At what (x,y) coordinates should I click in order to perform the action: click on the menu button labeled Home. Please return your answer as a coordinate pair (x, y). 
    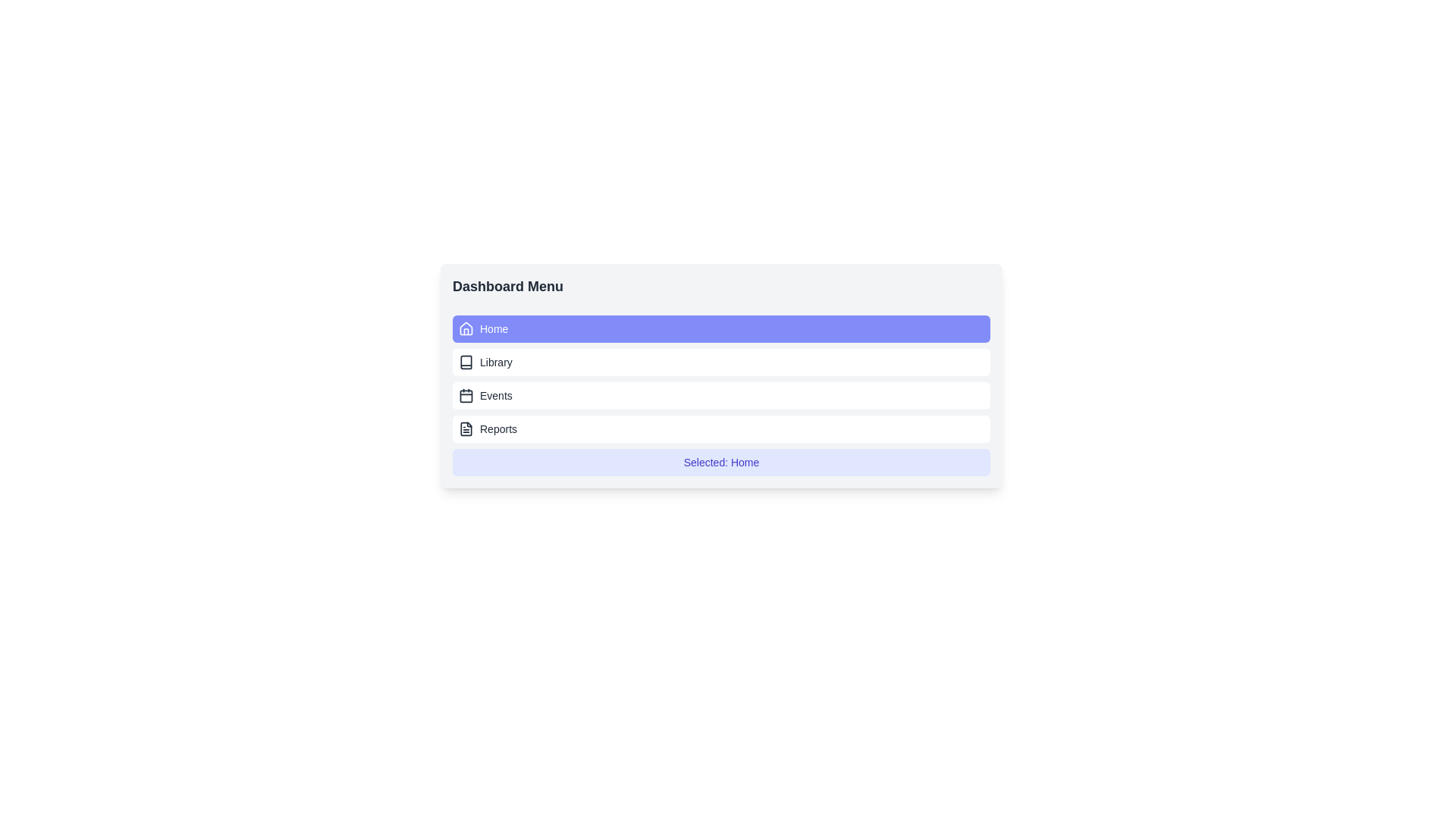
    Looking at the image, I should click on (720, 328).